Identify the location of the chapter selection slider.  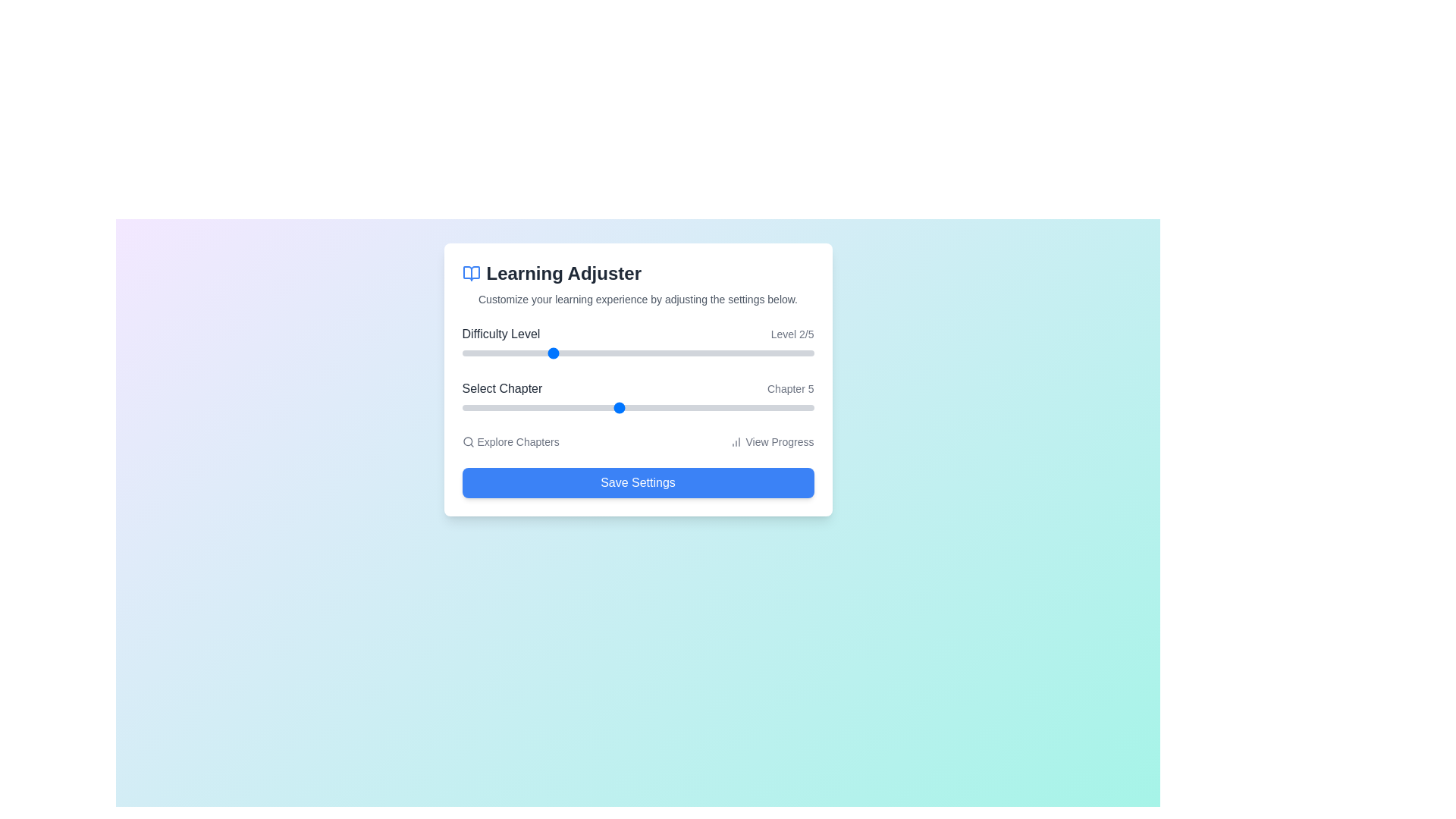
(579, 406).